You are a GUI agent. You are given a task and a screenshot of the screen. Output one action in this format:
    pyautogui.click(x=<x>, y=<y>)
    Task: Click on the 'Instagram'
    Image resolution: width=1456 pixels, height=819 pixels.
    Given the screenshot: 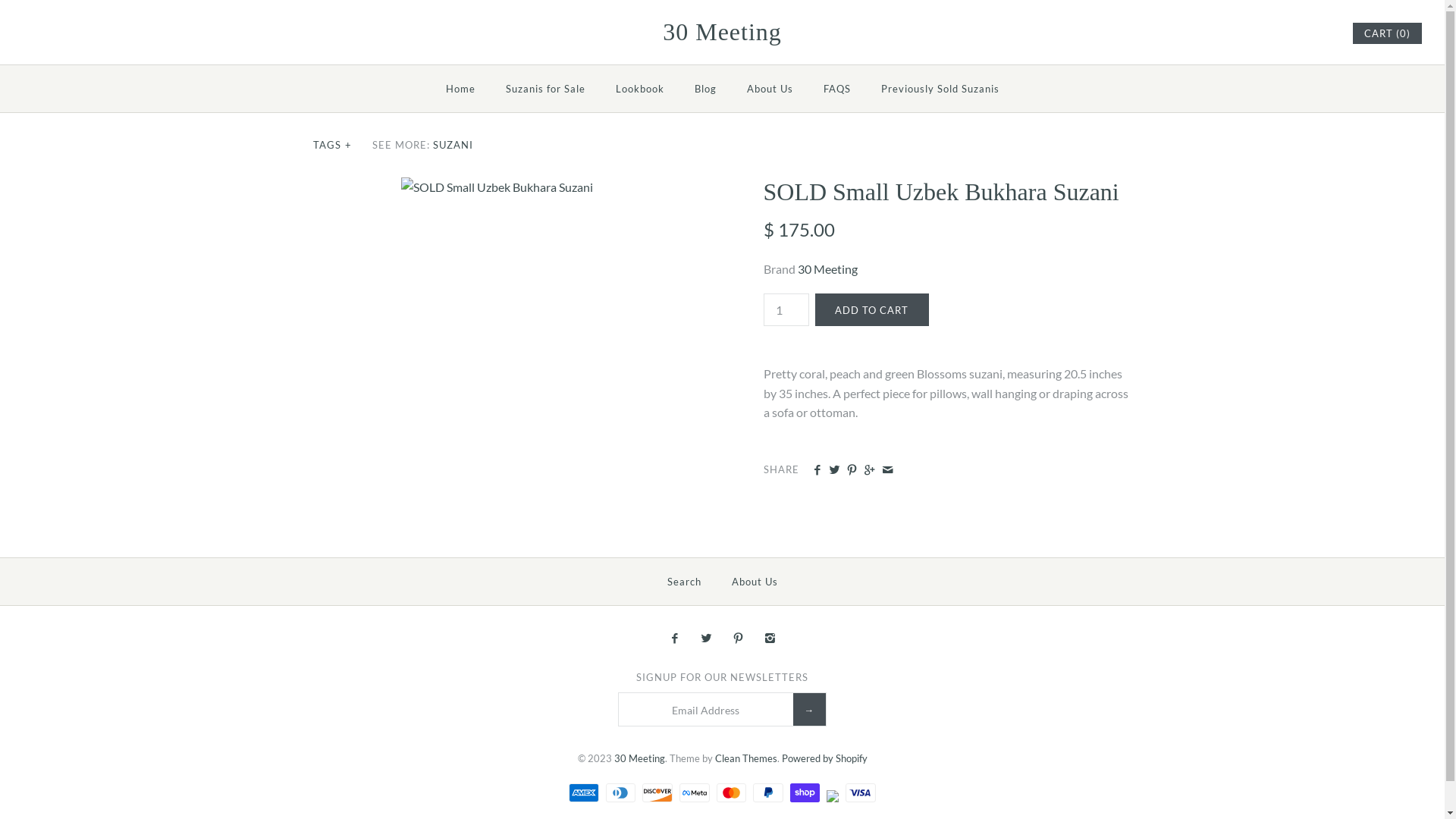 What is the action you would take?
    pyautogui.click(x=770, y=639)
    